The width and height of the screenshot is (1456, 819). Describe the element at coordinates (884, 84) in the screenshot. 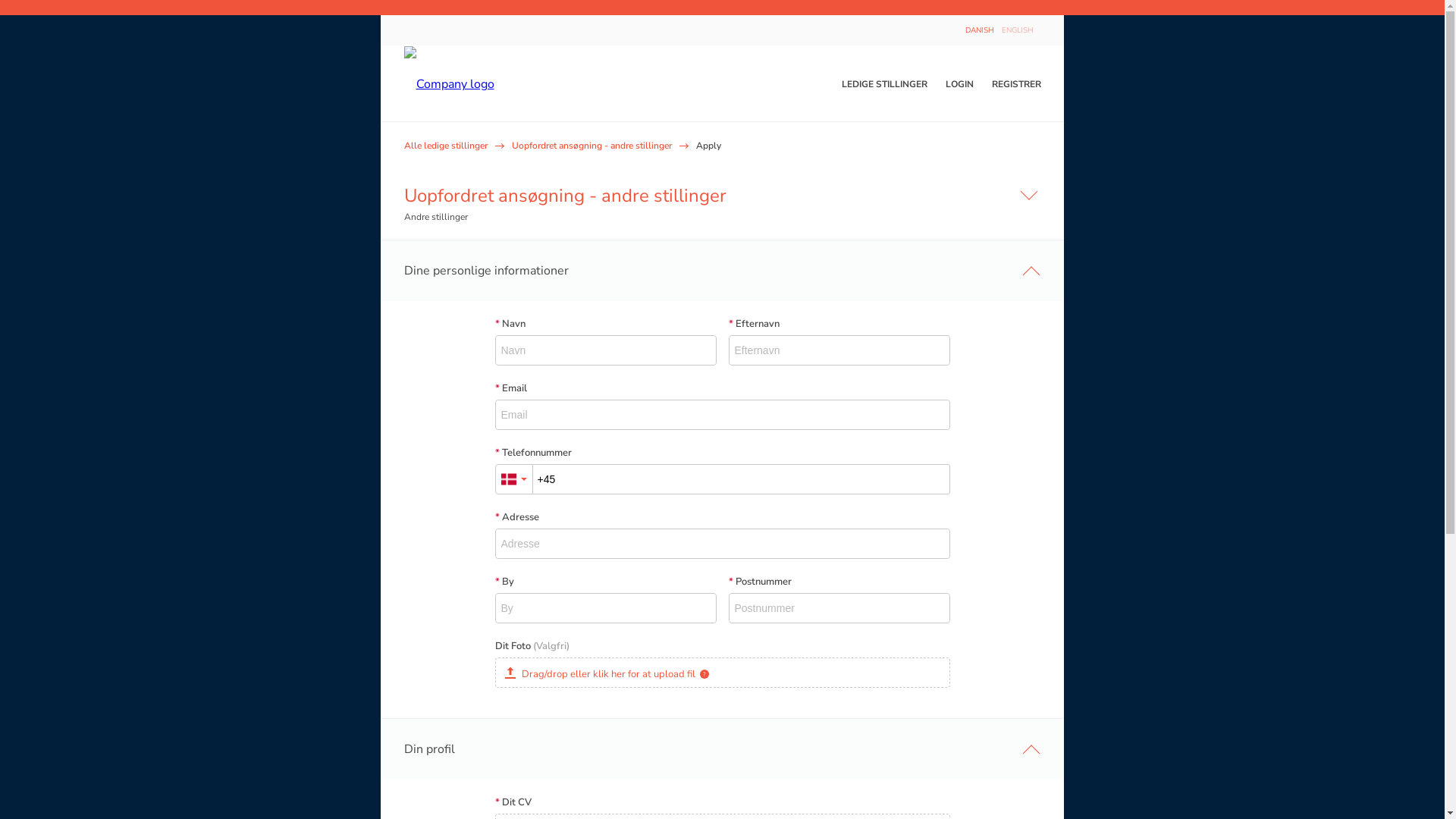

I see `'LEDIGE STILLINGER'` at that location.